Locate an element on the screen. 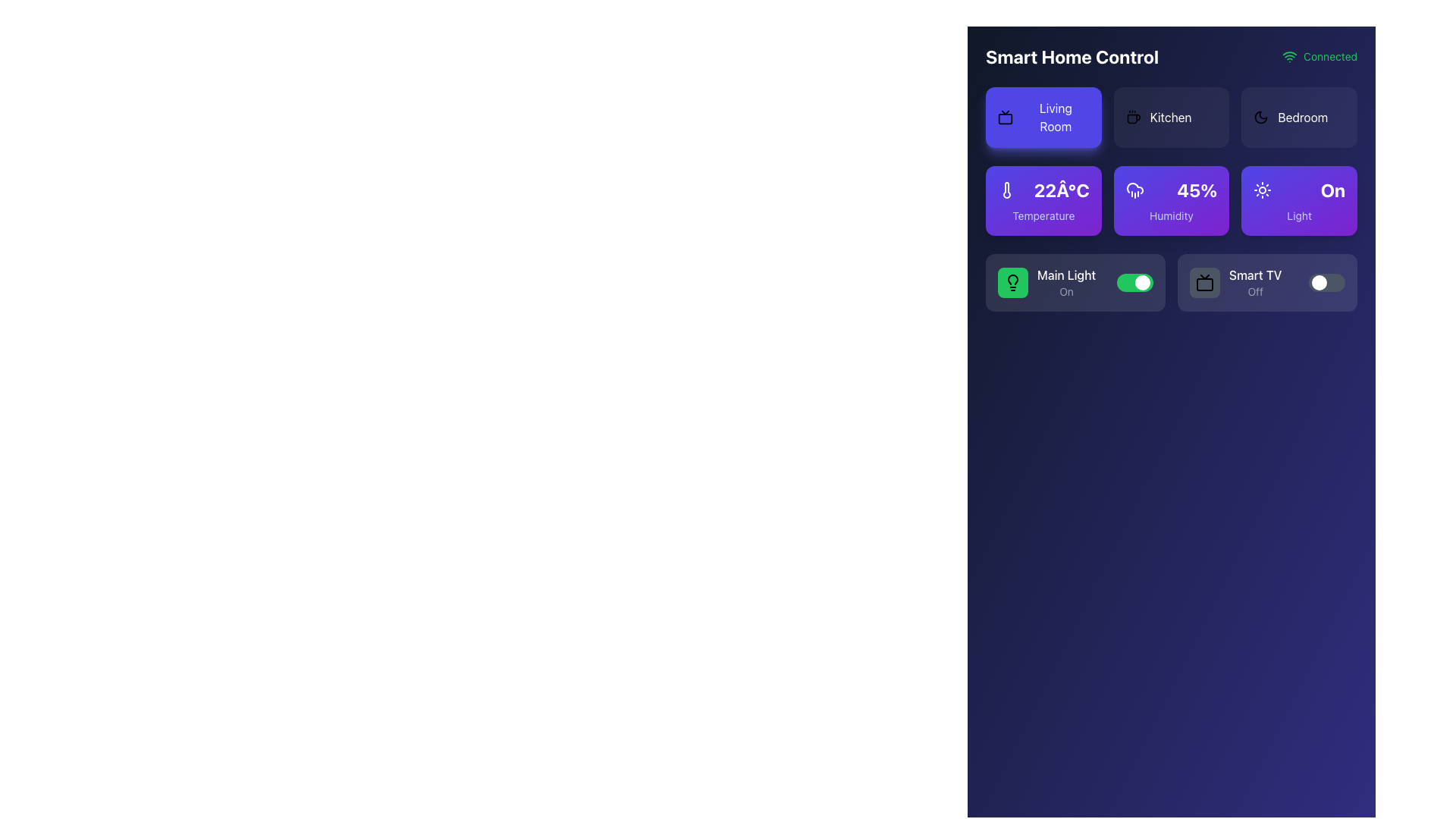 The width and height of the screenshot is (1456, 819). the toggle switch for 'Smart TV' located in the second card of the second row is located at coordinates (1326, 283).